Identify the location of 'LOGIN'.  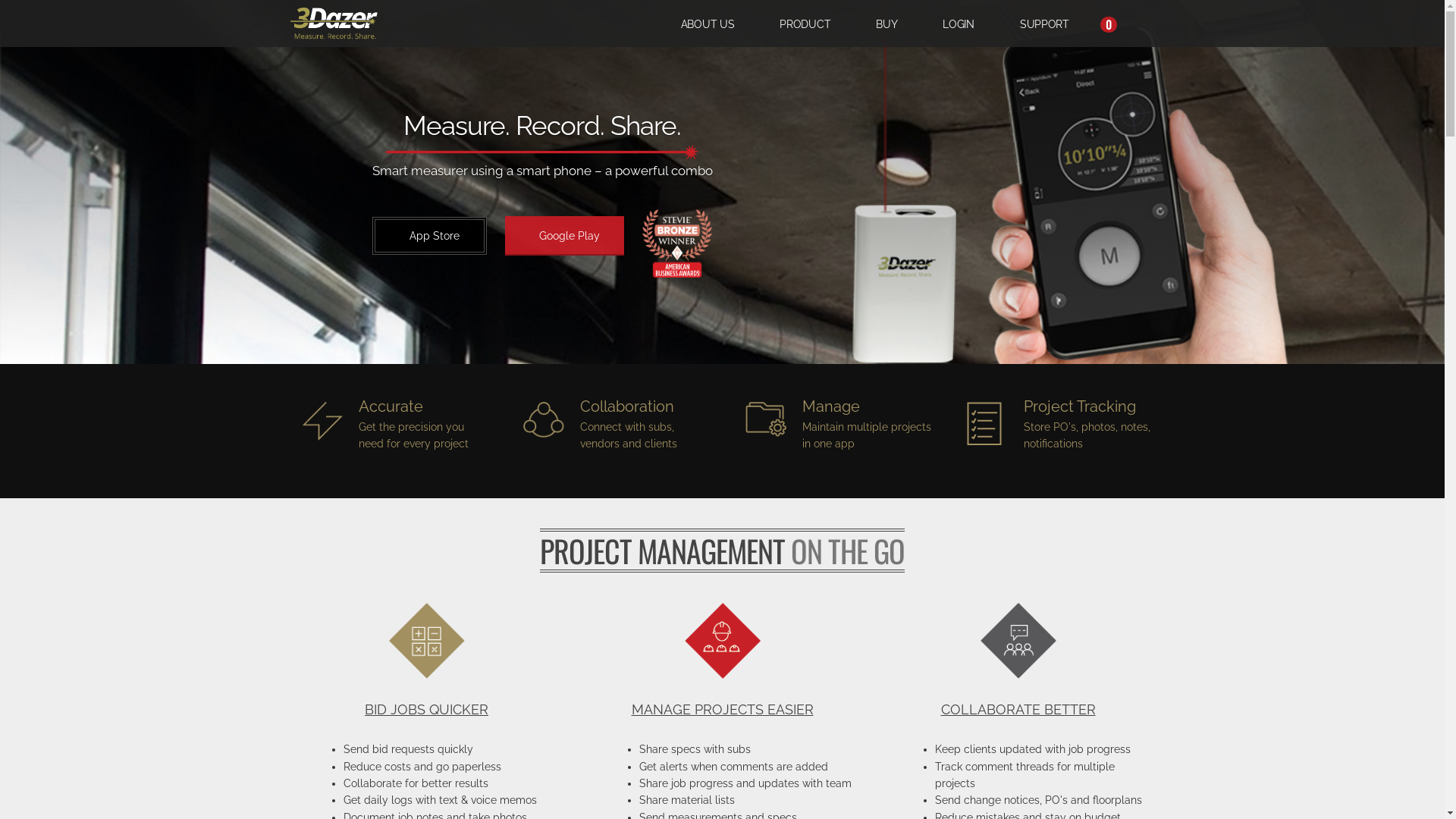
(957, 23).